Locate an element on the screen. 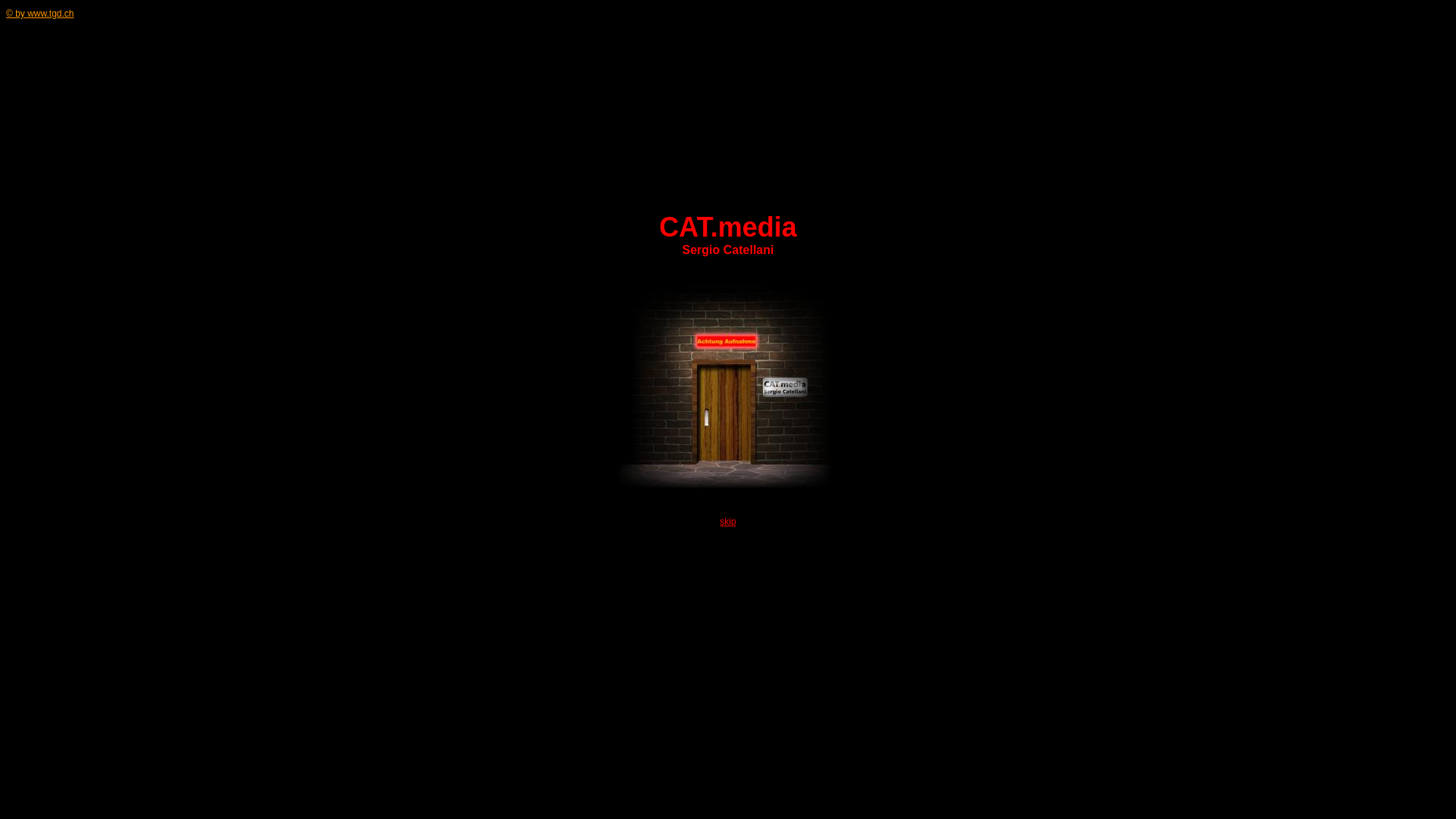 The width and height of the screenshot is (1456, 819). 'skip' is located at coordinates (726, 520).